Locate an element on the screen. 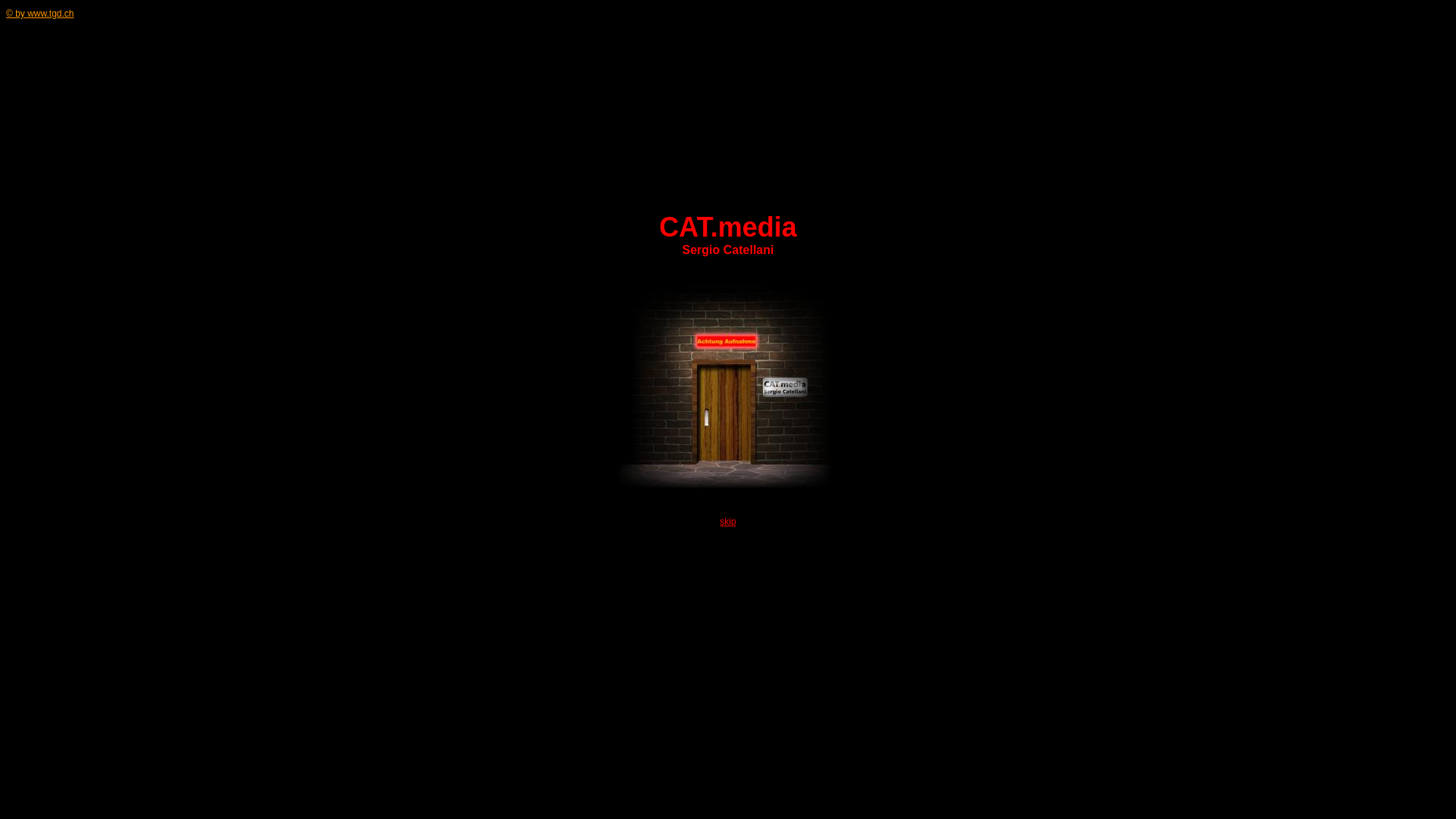 The width and height of the screenshot is (1456, 819). 'skip' is located at coordinates (726, 520).